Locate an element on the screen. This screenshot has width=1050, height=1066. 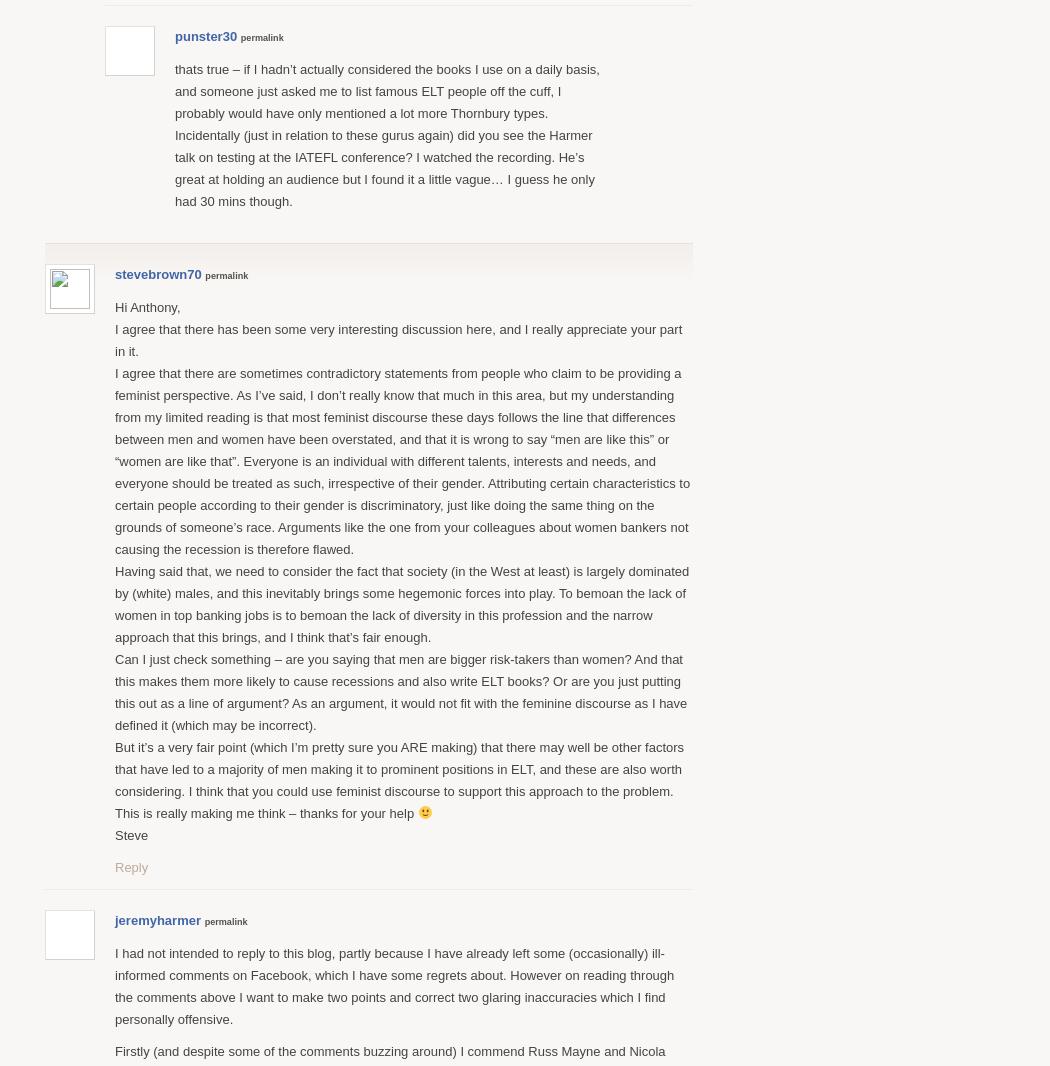
'thats true – if I hadn’t actually considered the books I use on a daily basis, and someone just asked me to list famous ELT people off the cuff, I probably would have only mentioned a lot more Thornbury types.' is located at coordinates (387, 89).